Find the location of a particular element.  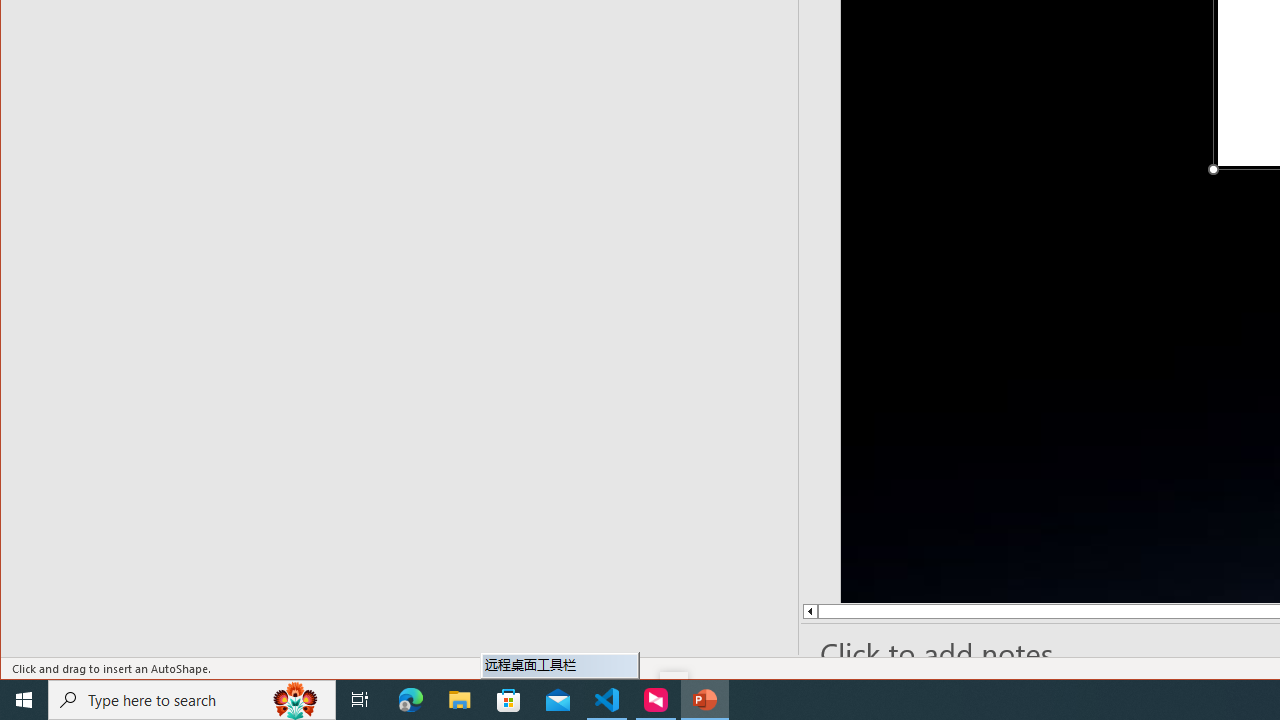

'Start' is located at coordinates (24, 698).